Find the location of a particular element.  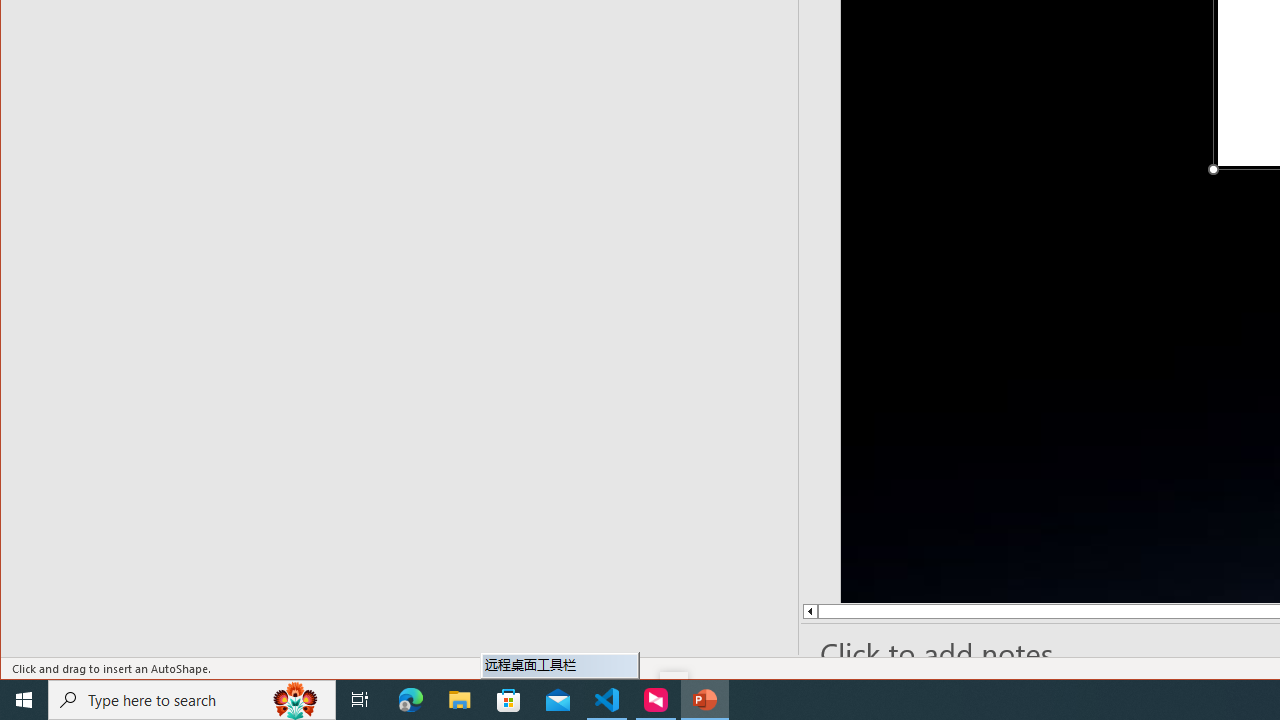

'Start' is located at coordinates (24, 698).